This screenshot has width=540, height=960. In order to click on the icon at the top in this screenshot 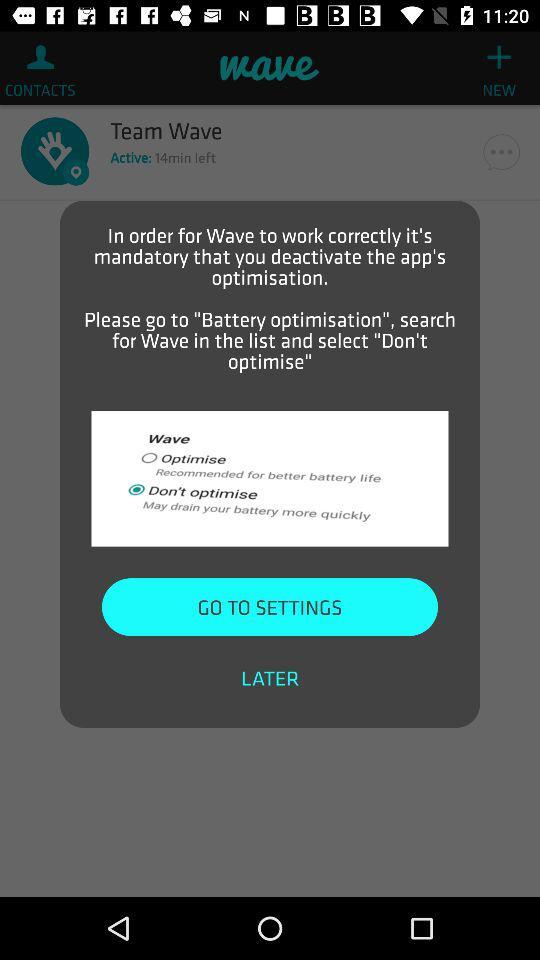, I will do `click(270, 296)`.